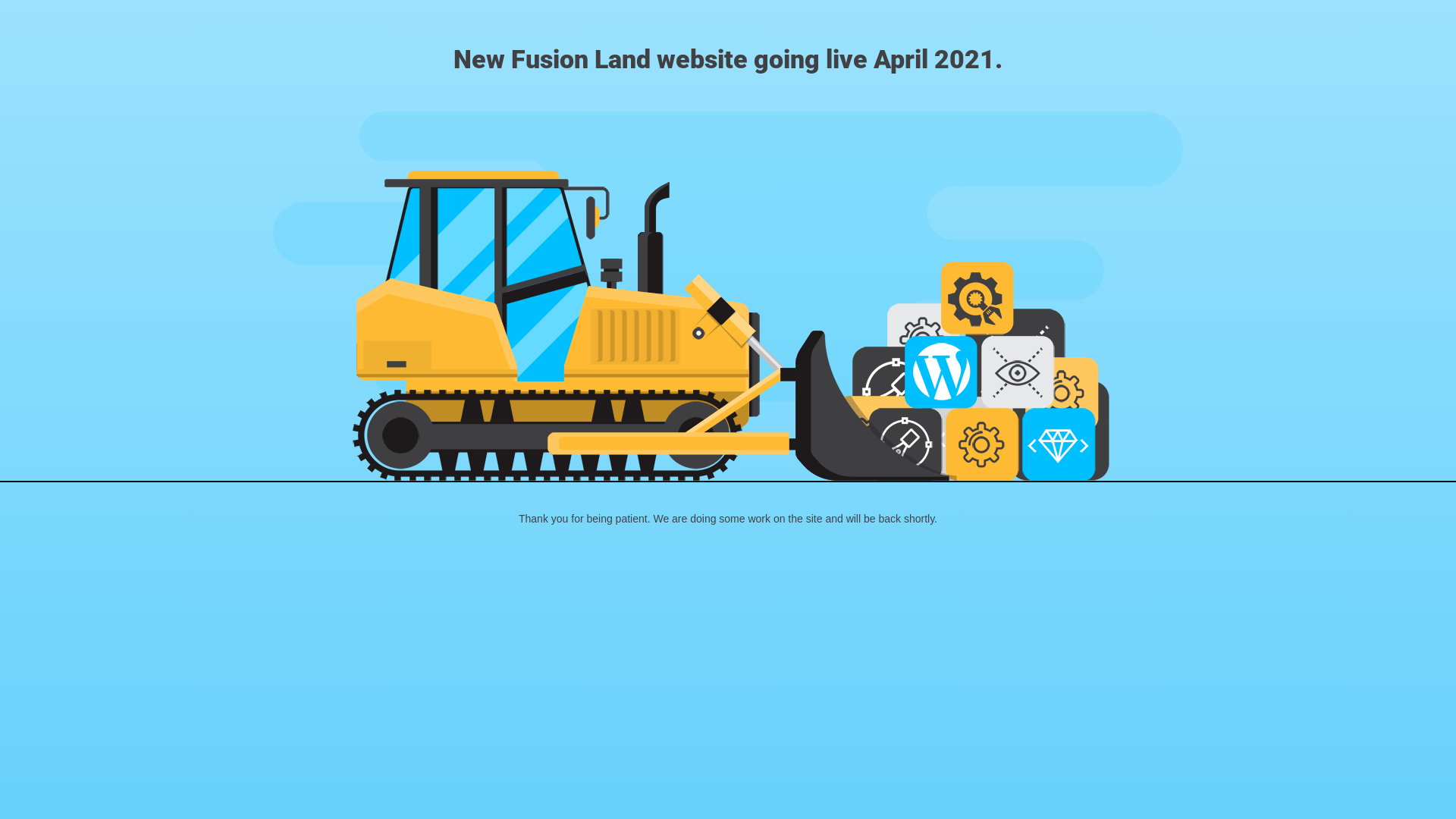  I want to click on 'Bulldozer at Work', so click(728, 296).